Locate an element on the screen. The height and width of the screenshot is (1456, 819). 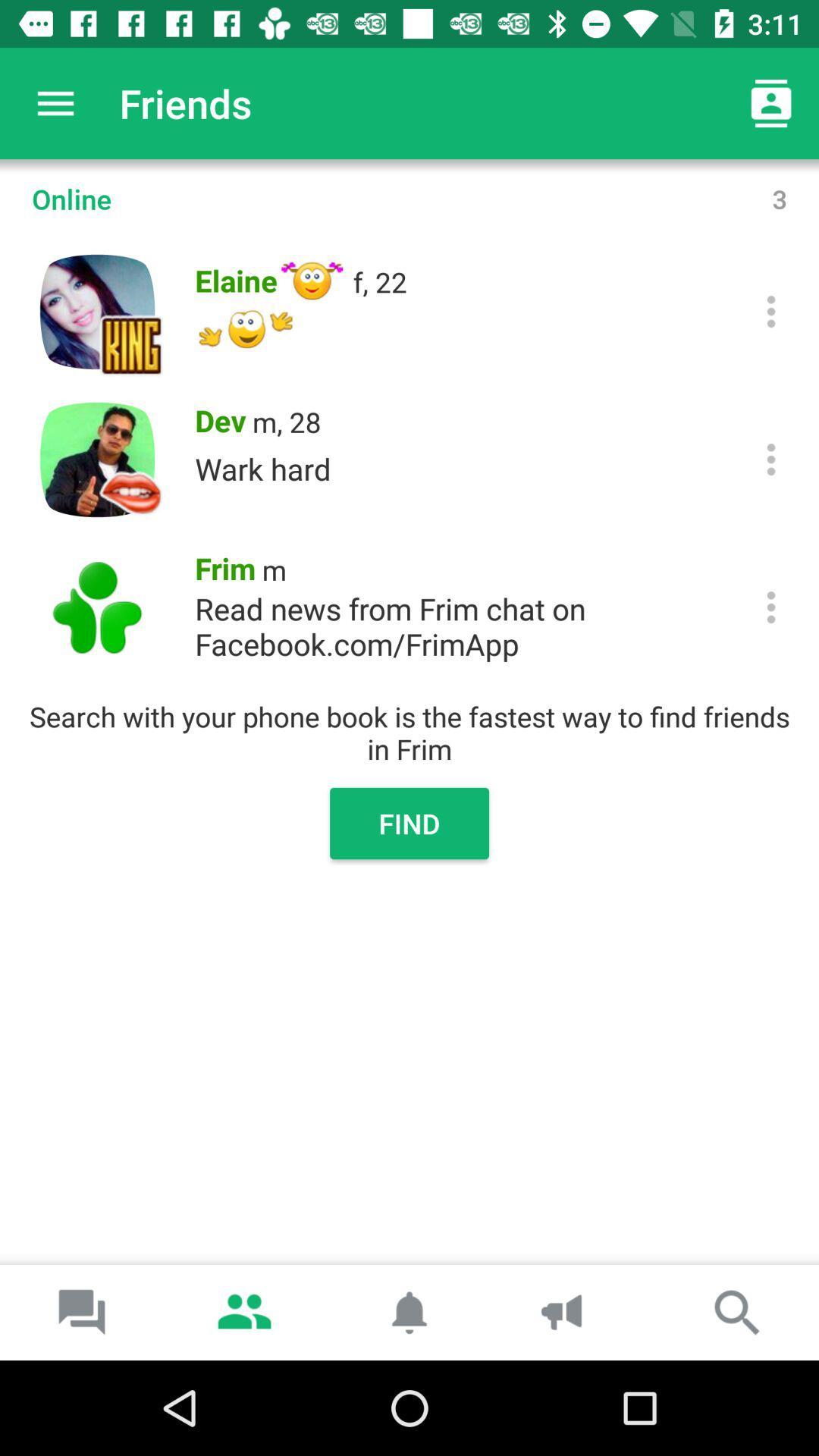
expand details is located at coordinates (771, 311).